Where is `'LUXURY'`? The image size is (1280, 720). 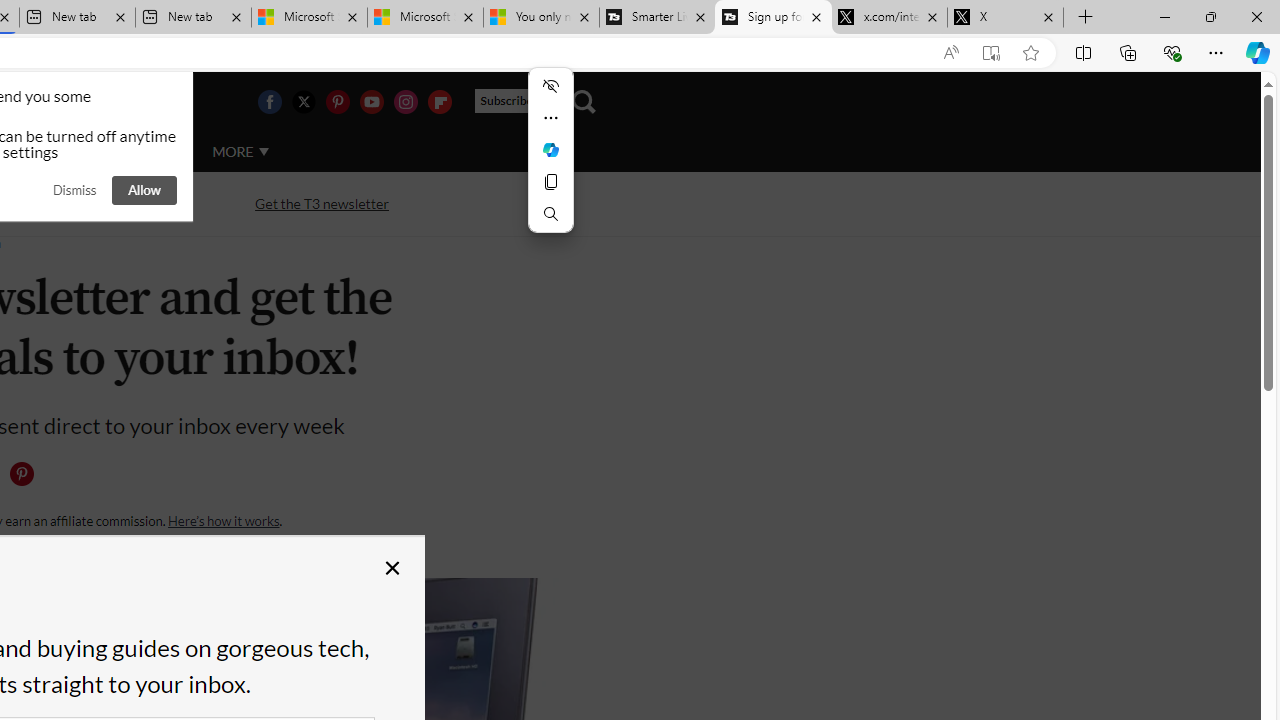
'LUXURY' is located at coordinates (66, 150).